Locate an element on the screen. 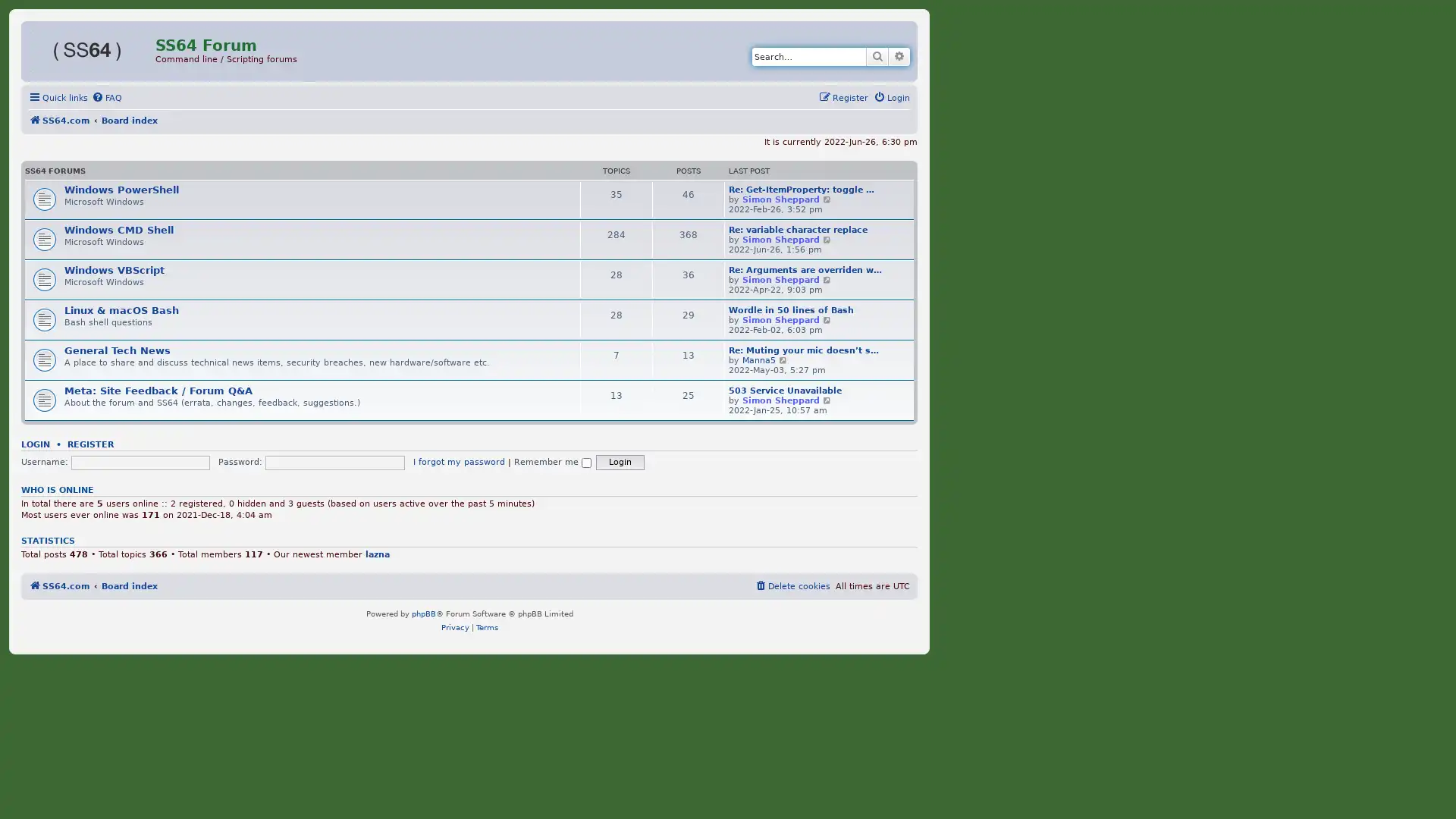  Search is located at coordinates (877, 55).